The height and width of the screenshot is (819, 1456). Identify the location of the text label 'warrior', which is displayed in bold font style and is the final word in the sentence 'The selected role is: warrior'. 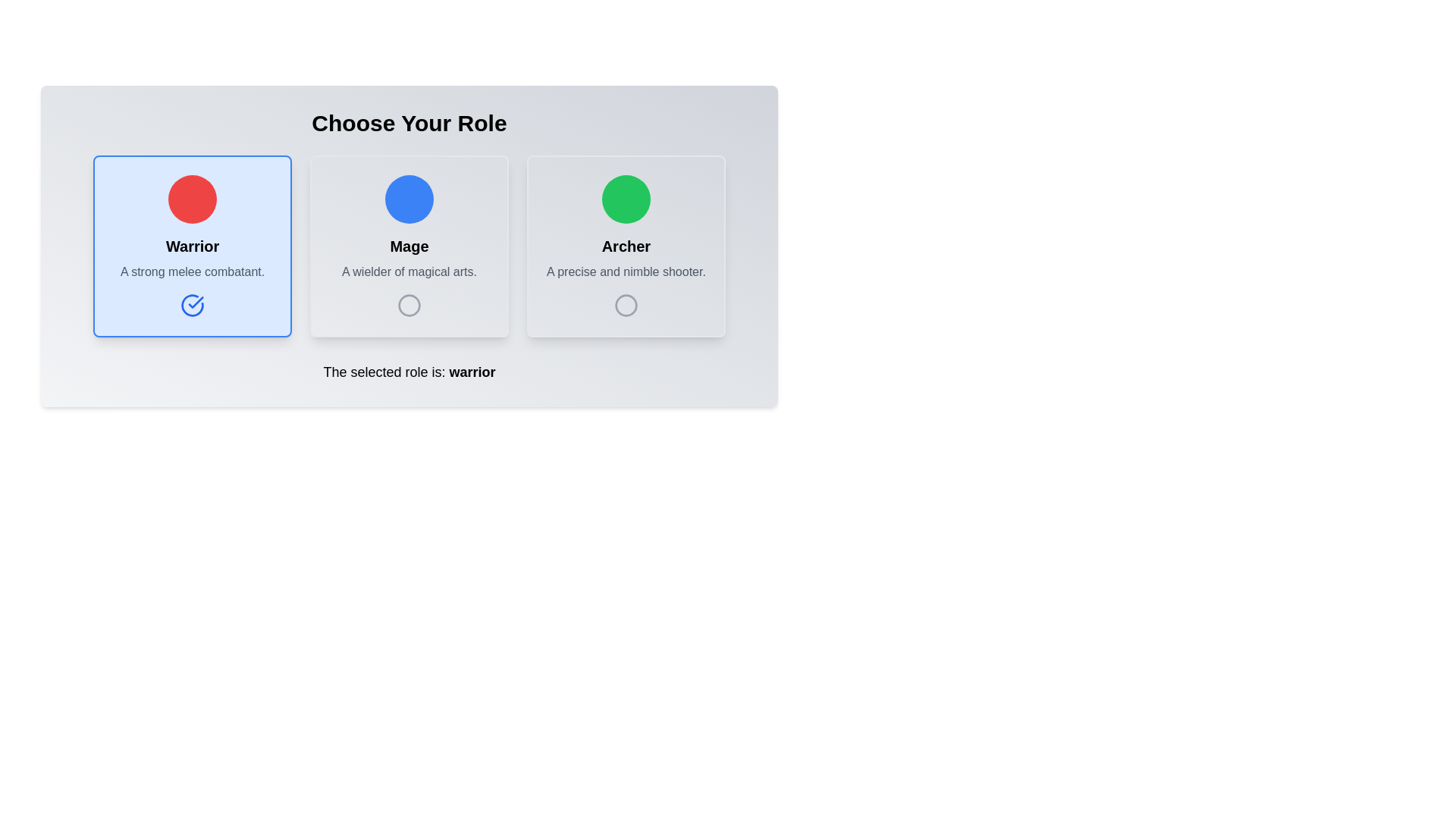
(472, 372).